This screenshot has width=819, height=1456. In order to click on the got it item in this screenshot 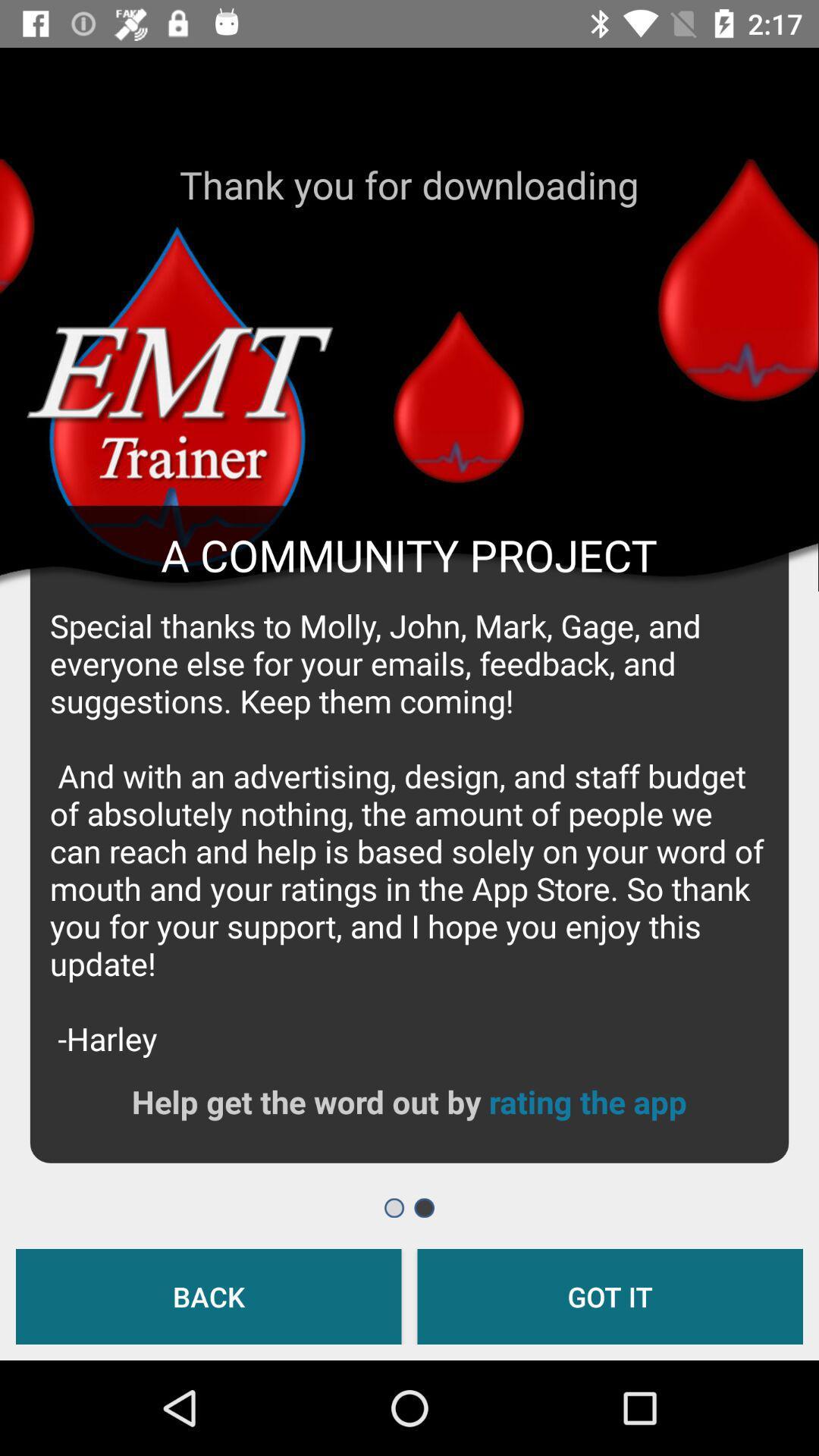, I will do `click(609, 1295)`.